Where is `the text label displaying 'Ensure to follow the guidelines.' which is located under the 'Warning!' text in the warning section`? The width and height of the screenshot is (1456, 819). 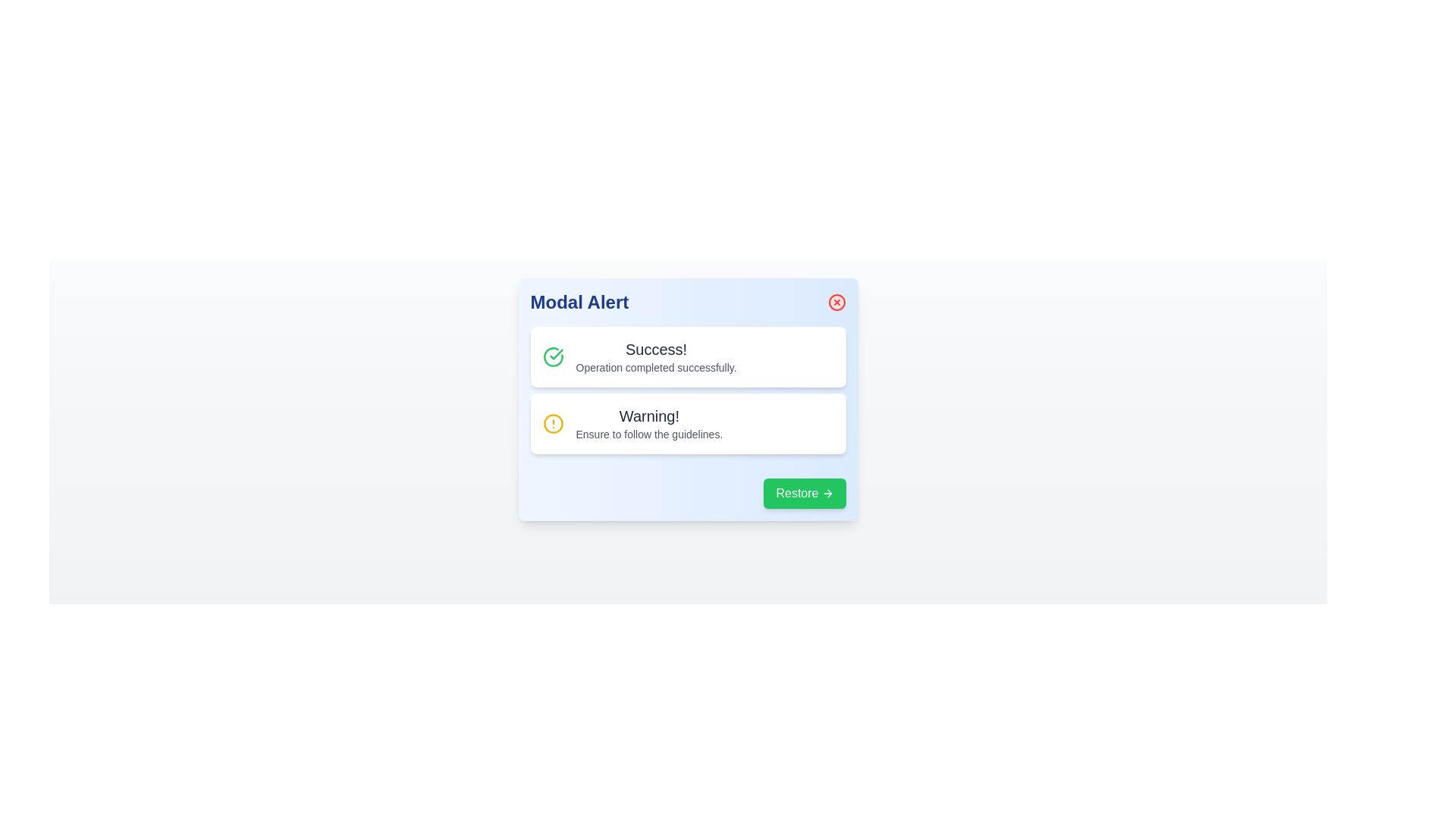
the text label displaying 'Ensure to follow the guidelines.' which is located under the 'Warning!' text in the warning section is located at coordinates (649, 435).